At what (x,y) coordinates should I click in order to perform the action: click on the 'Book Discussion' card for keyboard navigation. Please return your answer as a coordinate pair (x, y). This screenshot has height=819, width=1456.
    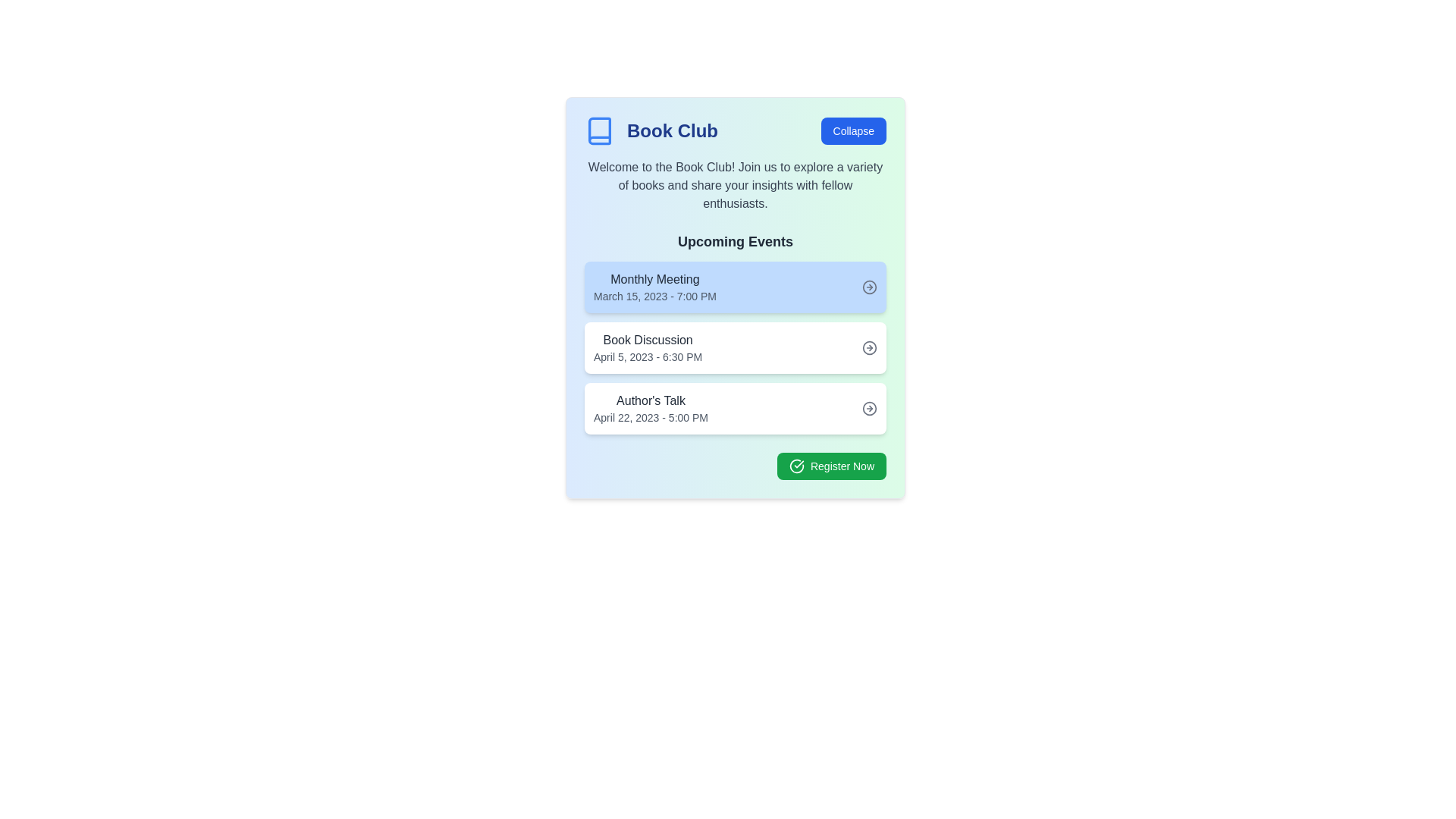
    Looking at the image, I should click on (735, 348).